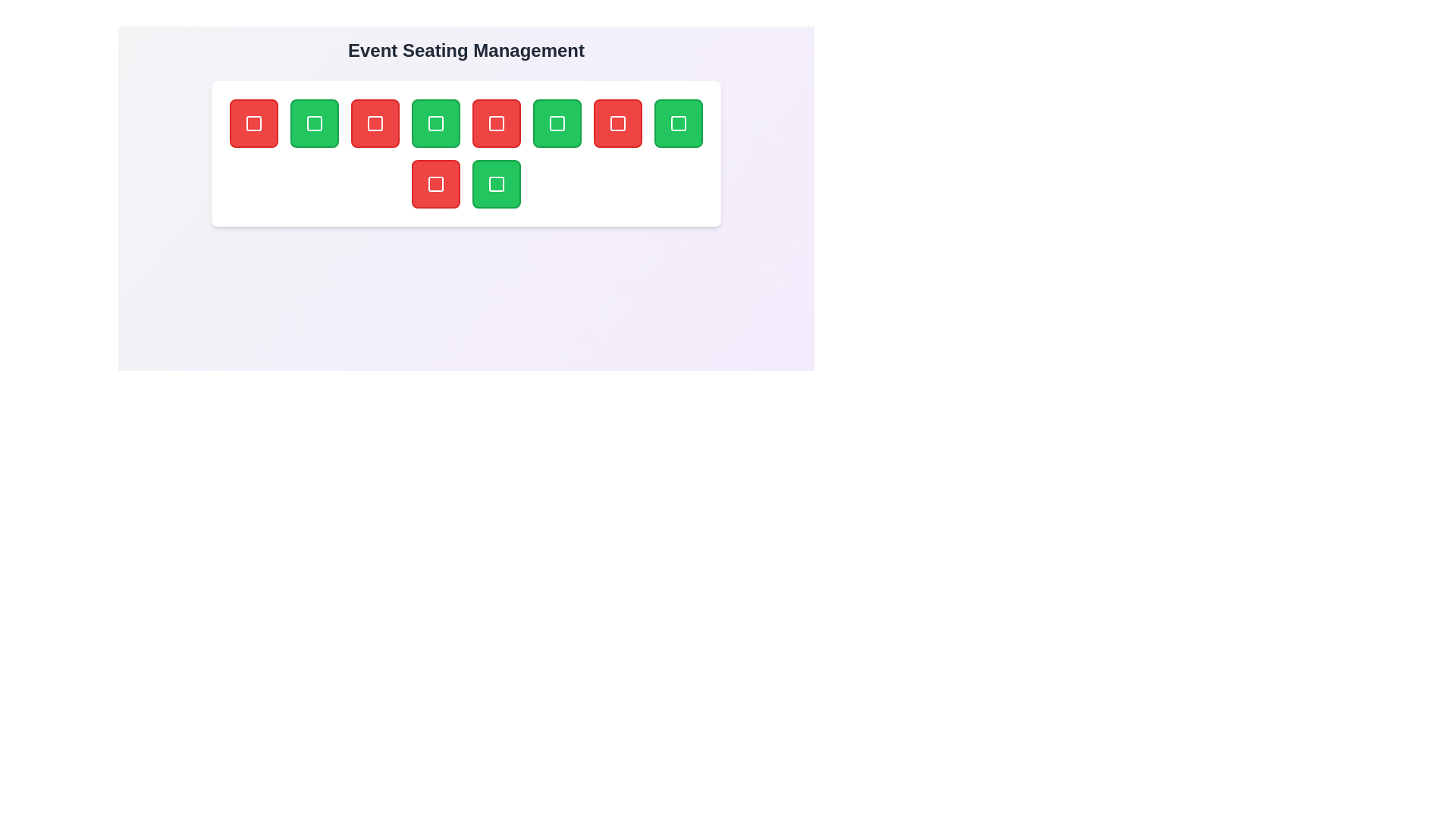 This screenshot has height=819, width=1456. Describe the element at coordinates (556, 122) in the screenshot. I see `the inner square icon located inside the fourth green square from the left in the top row of squares, which is styled as an outline and appears empty` at that location.